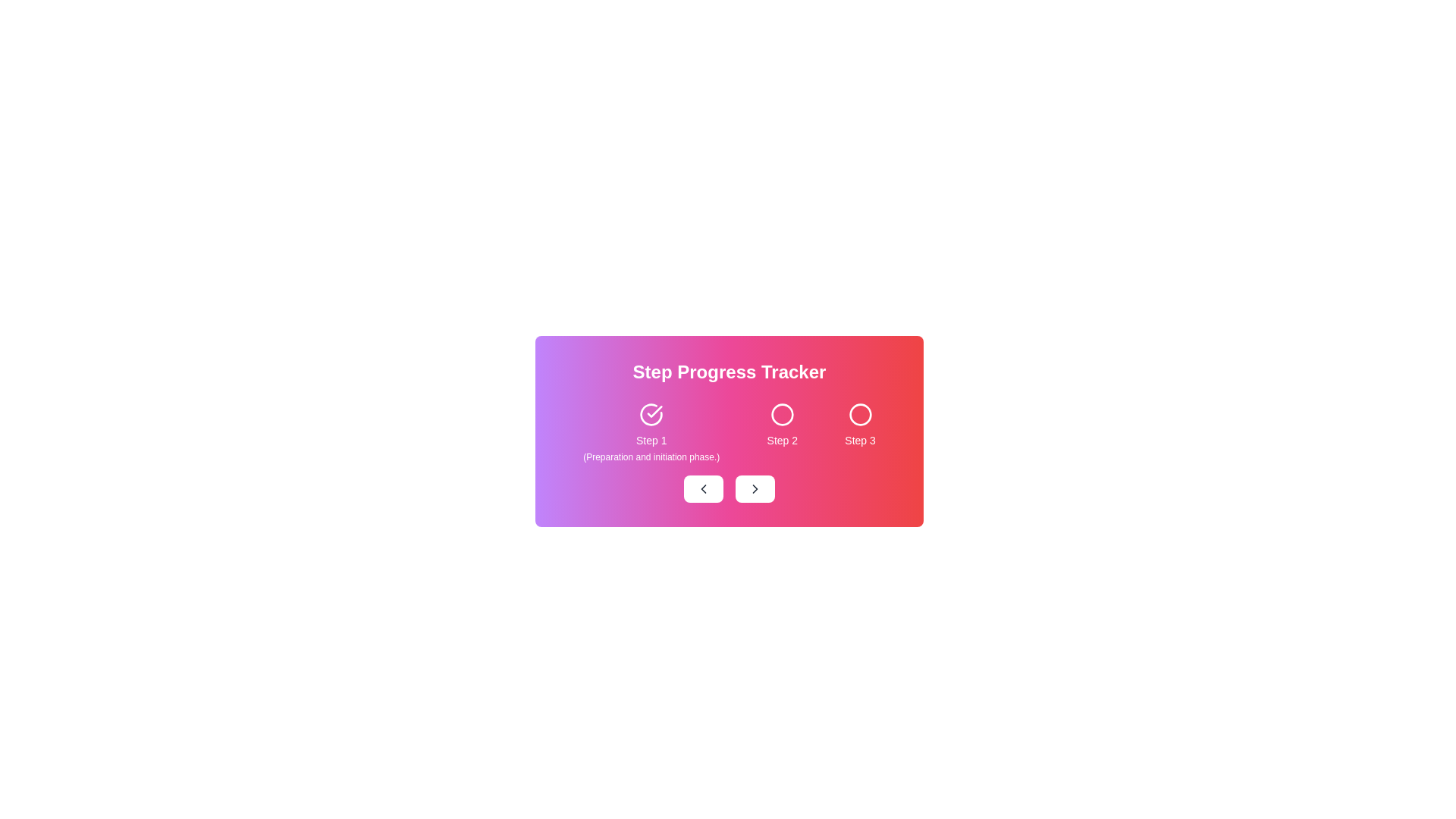  What do you see at coordinates (860, 432) in the screenshot?
I see `the third item in the horizontal step progress tracker, which represents 'Step 3'` at bounding box center [860, 432].